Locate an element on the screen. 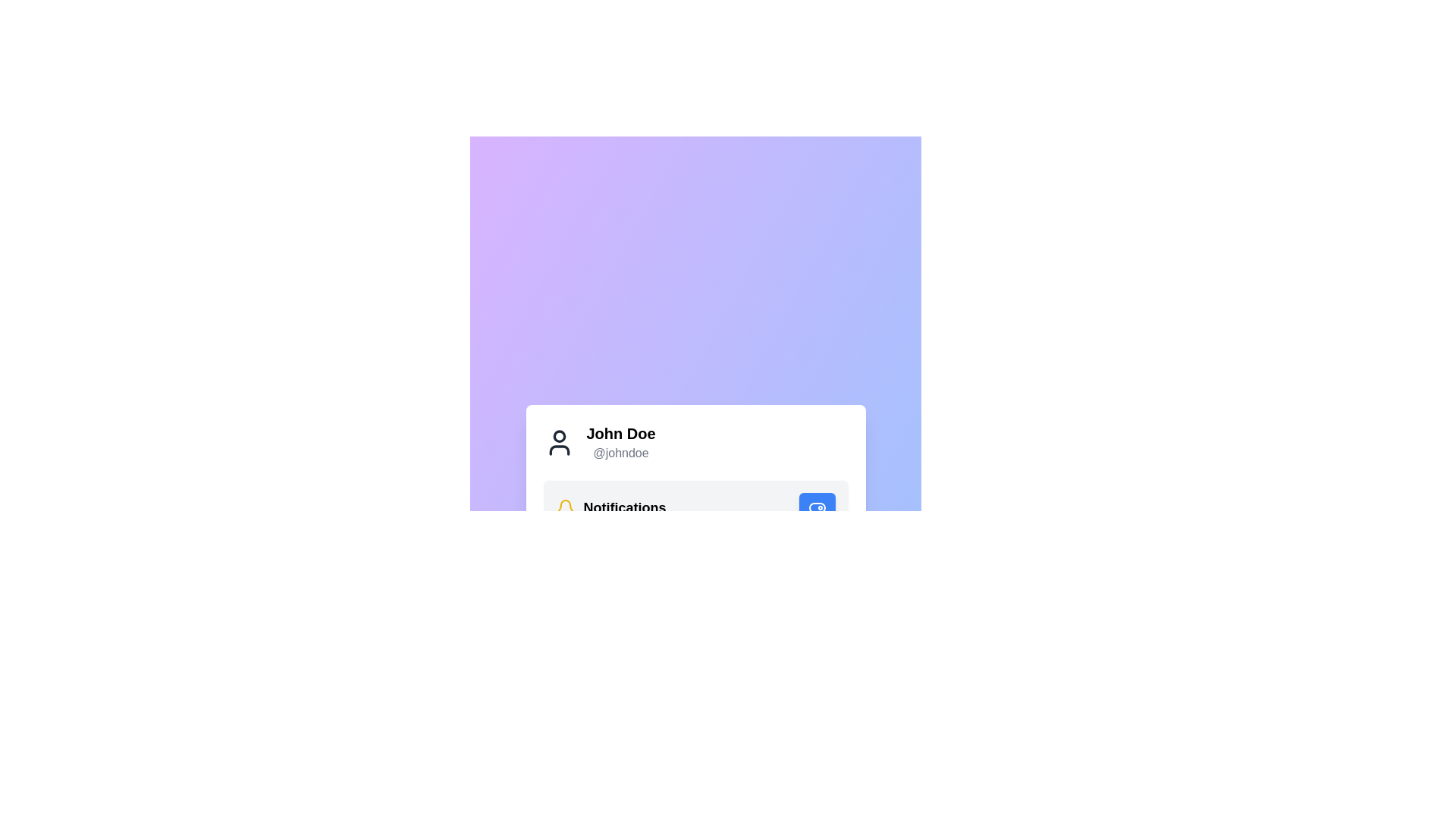 This screenshot has height=819, width=1456. the toggle background element located on the right side of the toggle switch layout in the user profile interface, below the 'Notifications' section is located at coordinates (816, 508).